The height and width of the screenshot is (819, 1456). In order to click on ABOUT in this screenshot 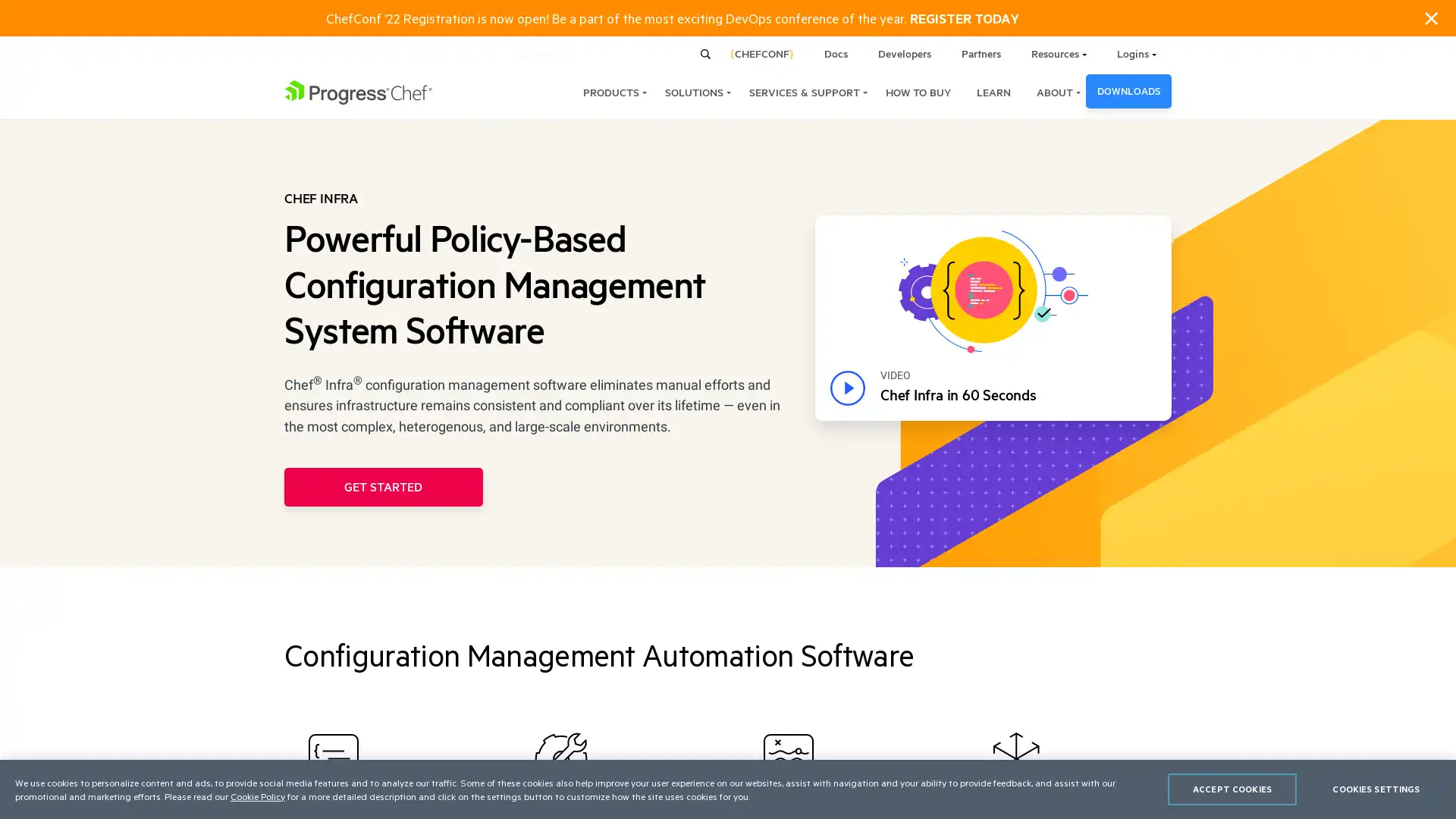, I will do `click(1020, 93)`.